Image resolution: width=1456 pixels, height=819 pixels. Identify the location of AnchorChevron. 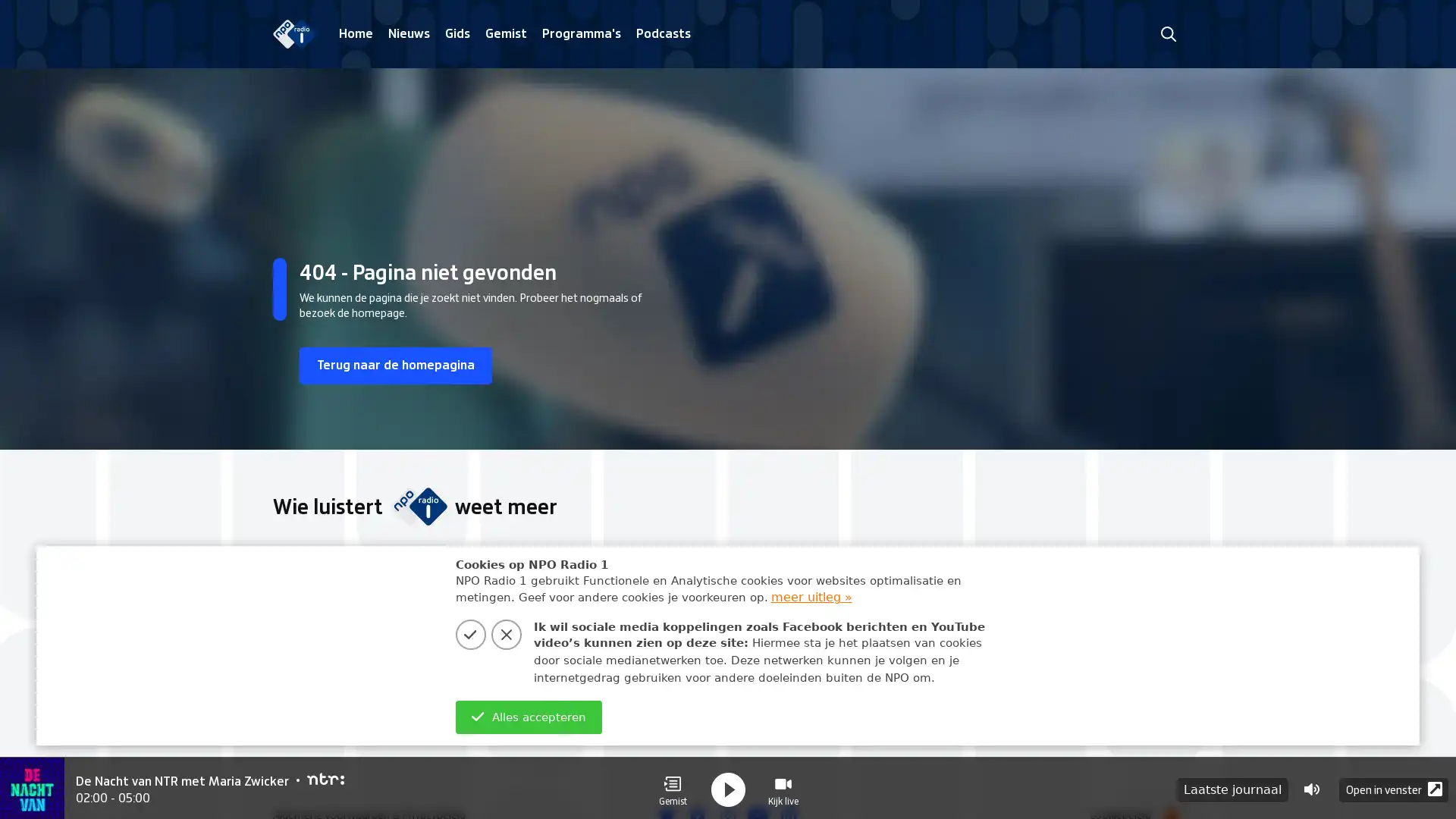
(1160, 651).